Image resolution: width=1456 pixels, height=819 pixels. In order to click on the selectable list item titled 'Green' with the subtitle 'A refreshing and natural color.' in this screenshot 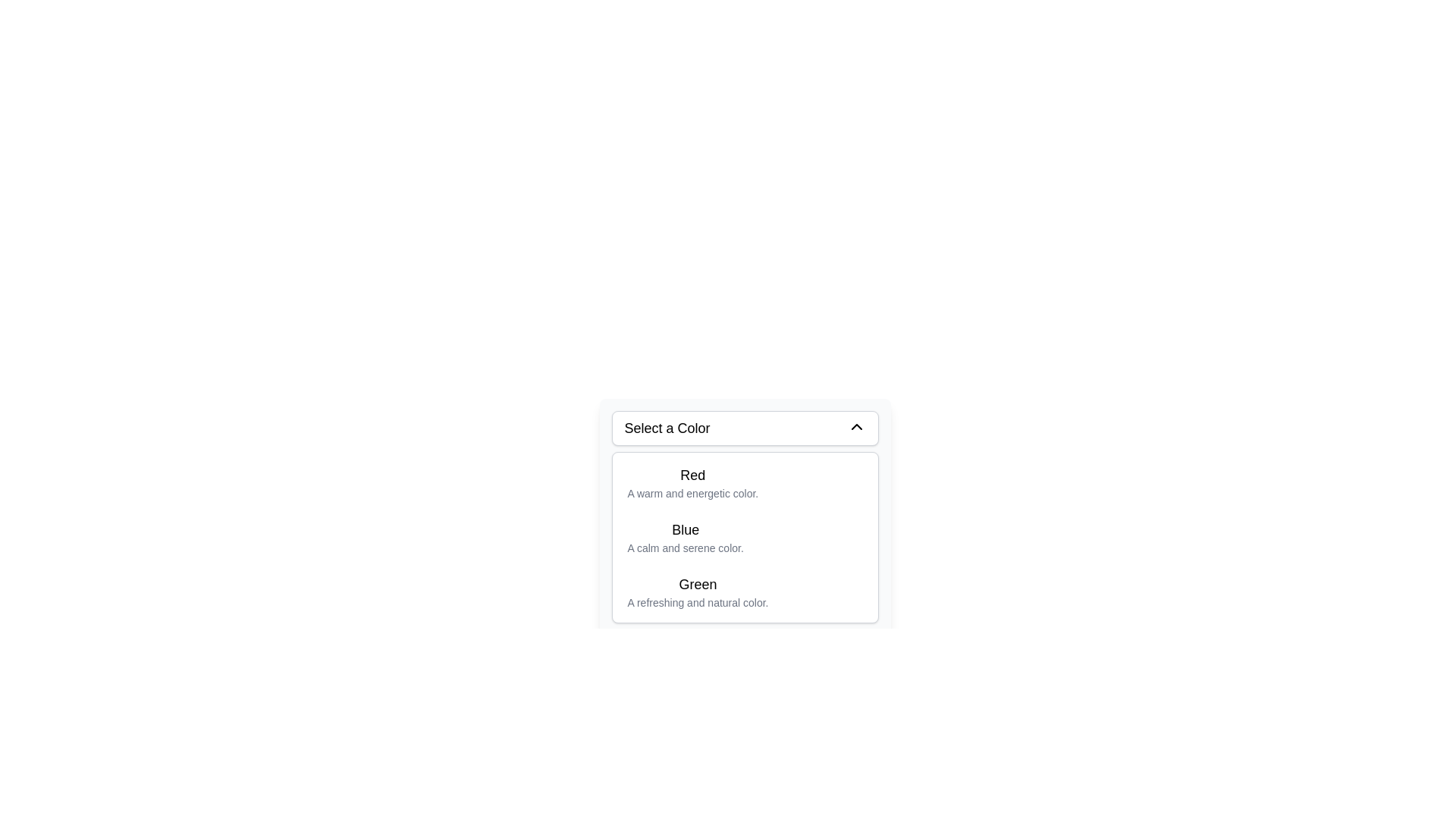, I will do `click(697, 591)`.